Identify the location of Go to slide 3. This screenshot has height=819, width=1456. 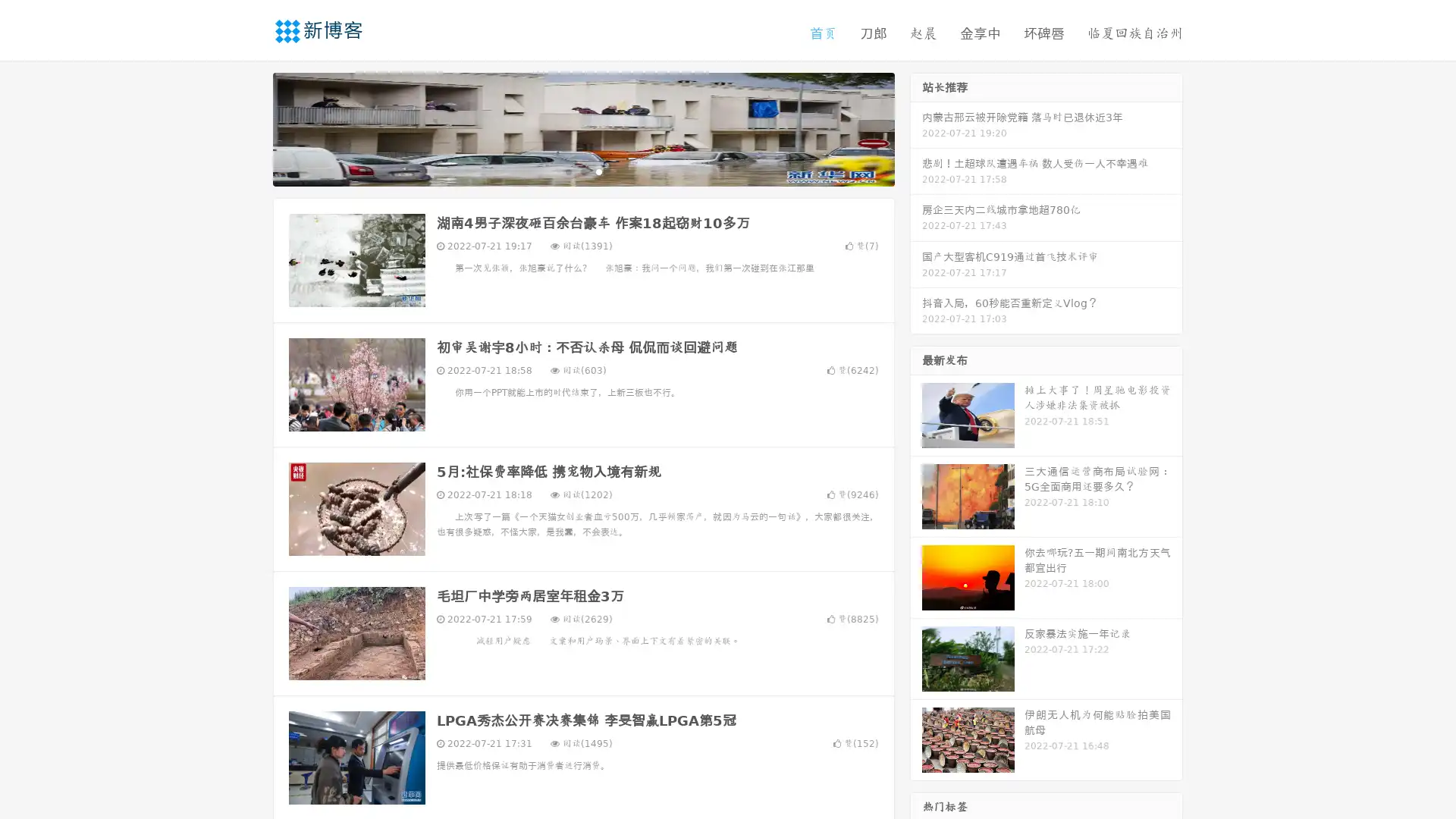
(598, 171).